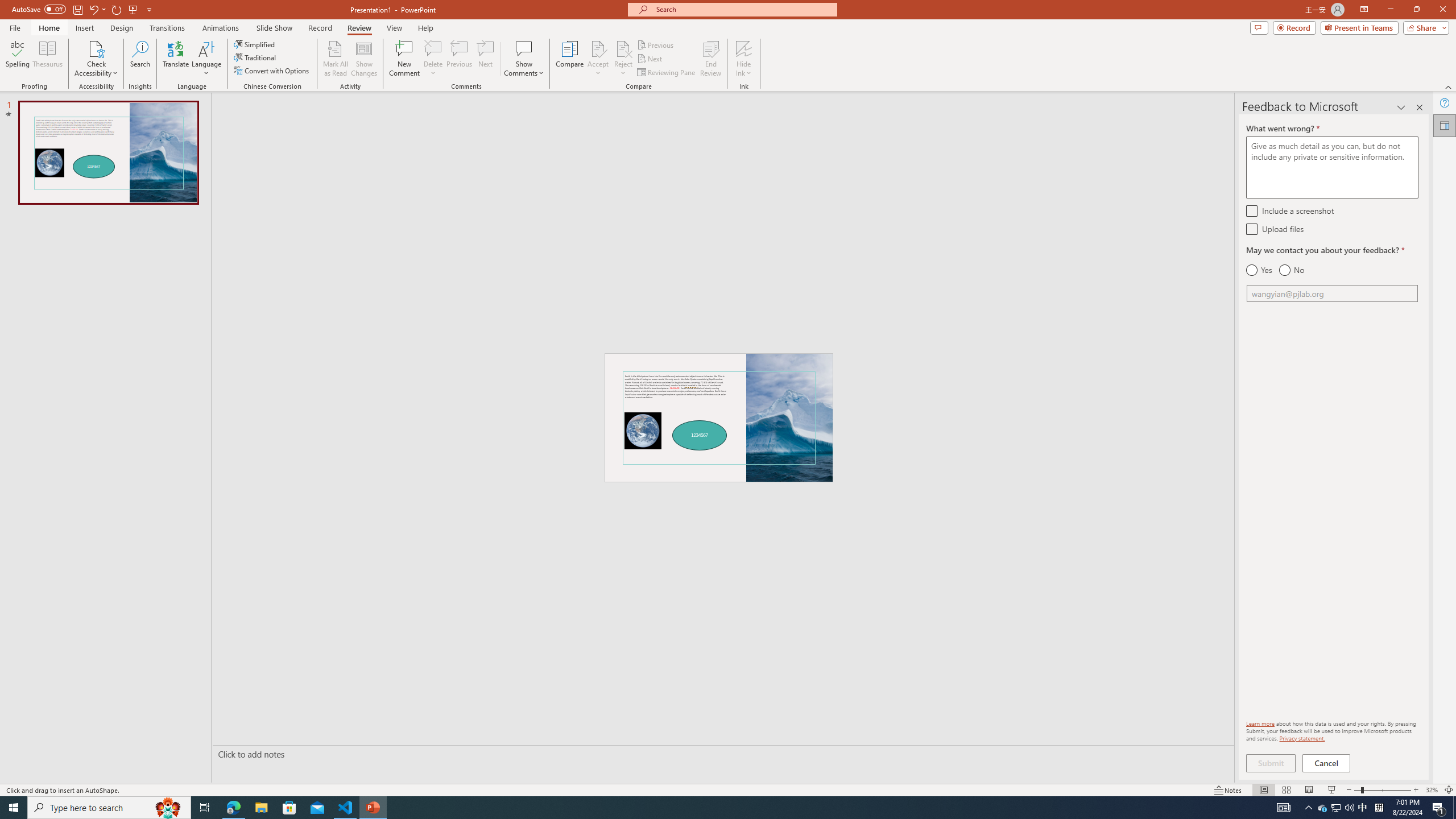  I want to click on 'Search', so click(140, 59).